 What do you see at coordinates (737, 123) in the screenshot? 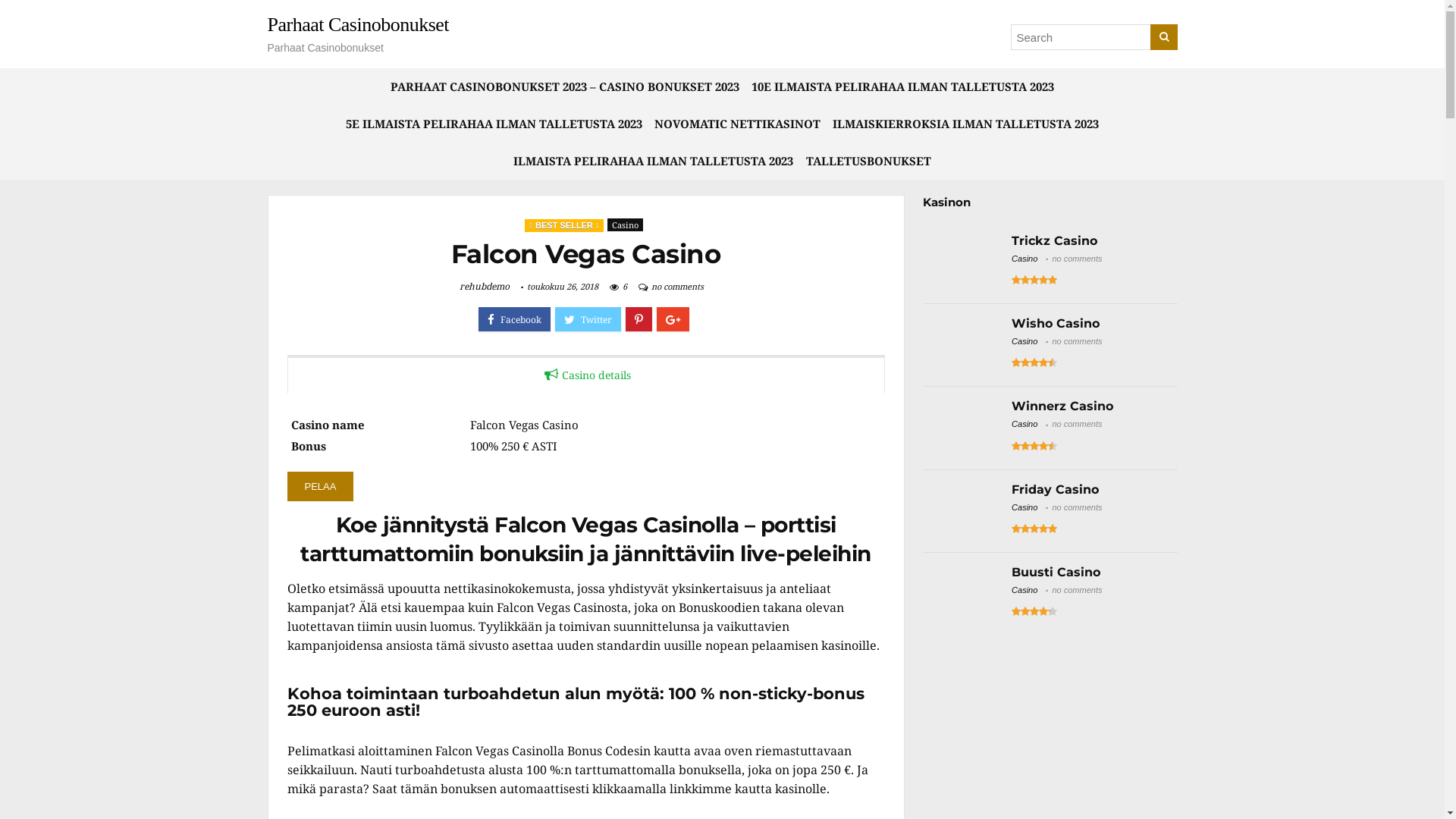
I see `'NOVOMATIC NETTIKASINOT'` at bounding box center [737, 123].